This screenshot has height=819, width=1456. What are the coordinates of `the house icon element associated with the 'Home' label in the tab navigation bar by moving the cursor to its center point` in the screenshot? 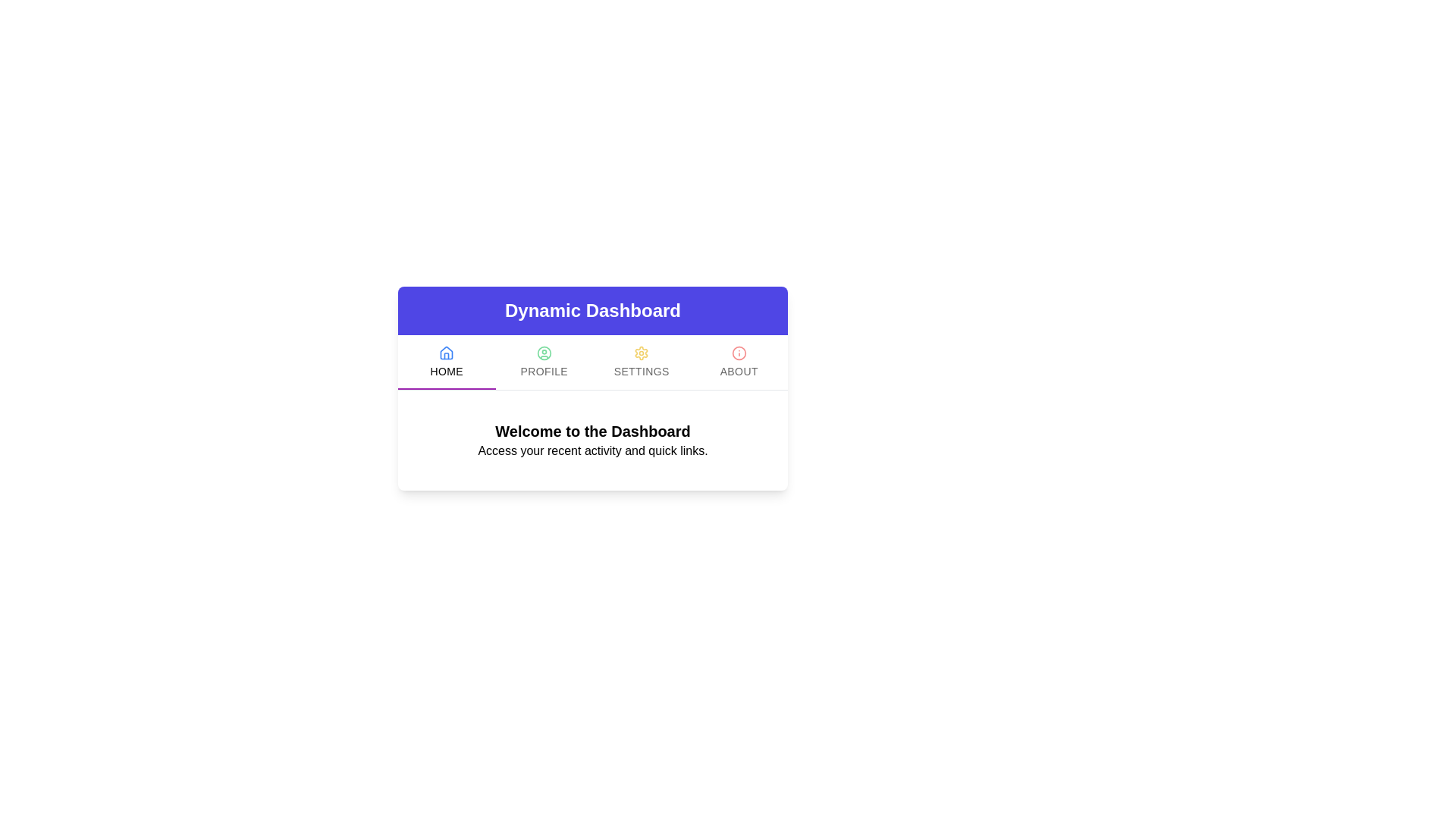 It's located at (446, 353).